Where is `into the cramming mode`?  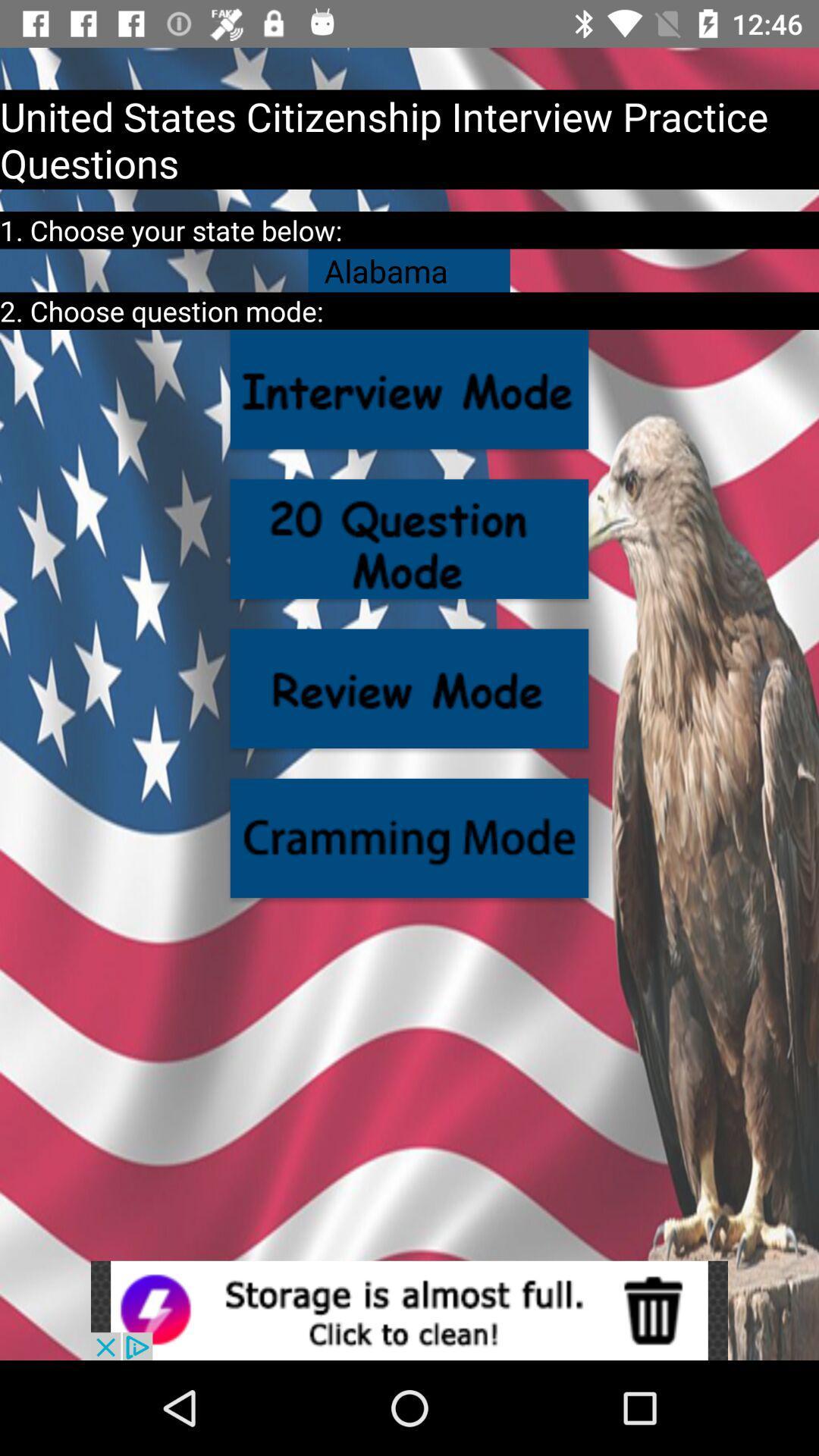 into the cramming mode is located at coordinates (409, 837).